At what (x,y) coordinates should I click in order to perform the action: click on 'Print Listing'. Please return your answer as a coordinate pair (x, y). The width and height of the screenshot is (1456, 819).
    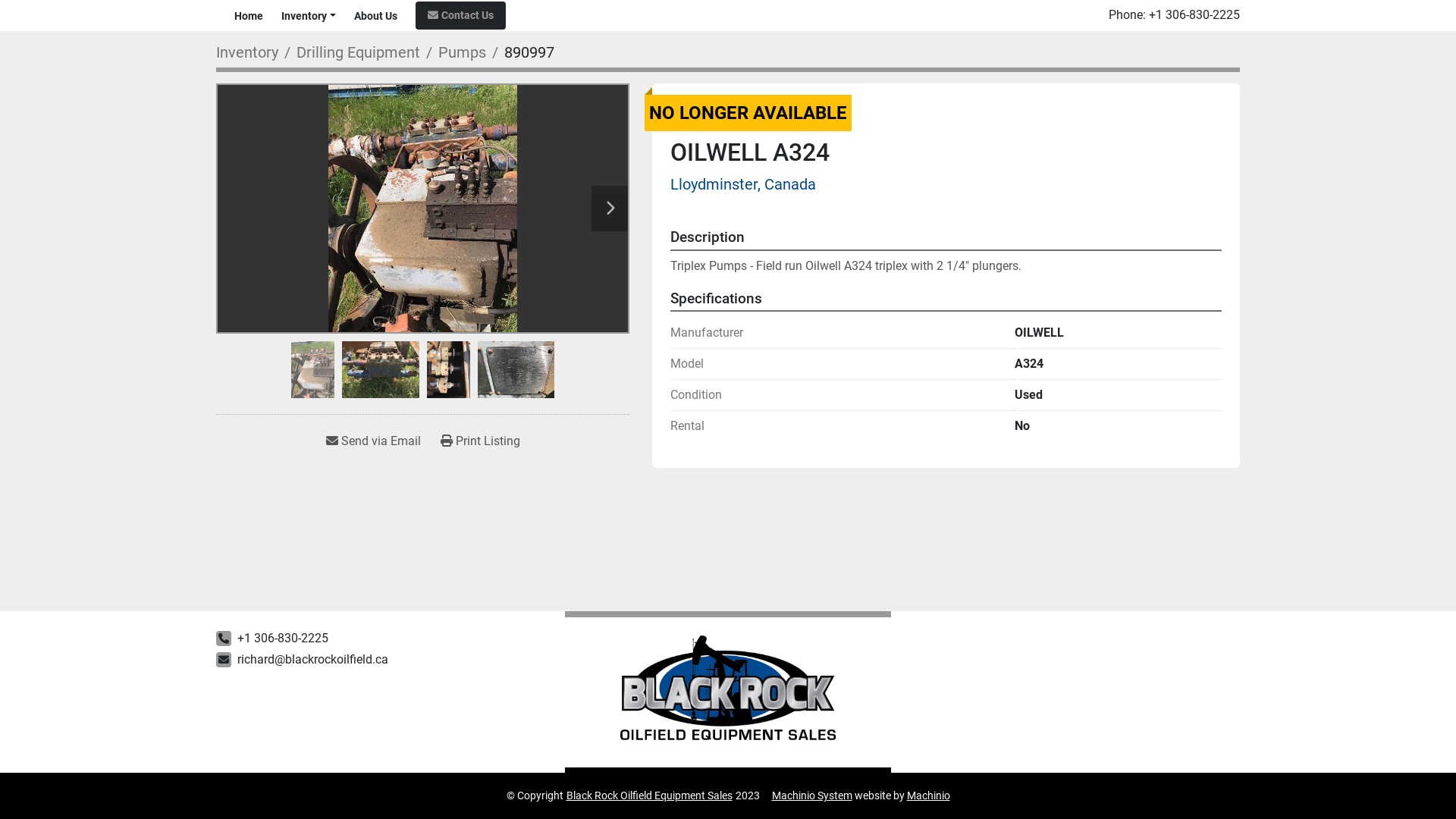
    Looking at the image, I should click on (479, 441).